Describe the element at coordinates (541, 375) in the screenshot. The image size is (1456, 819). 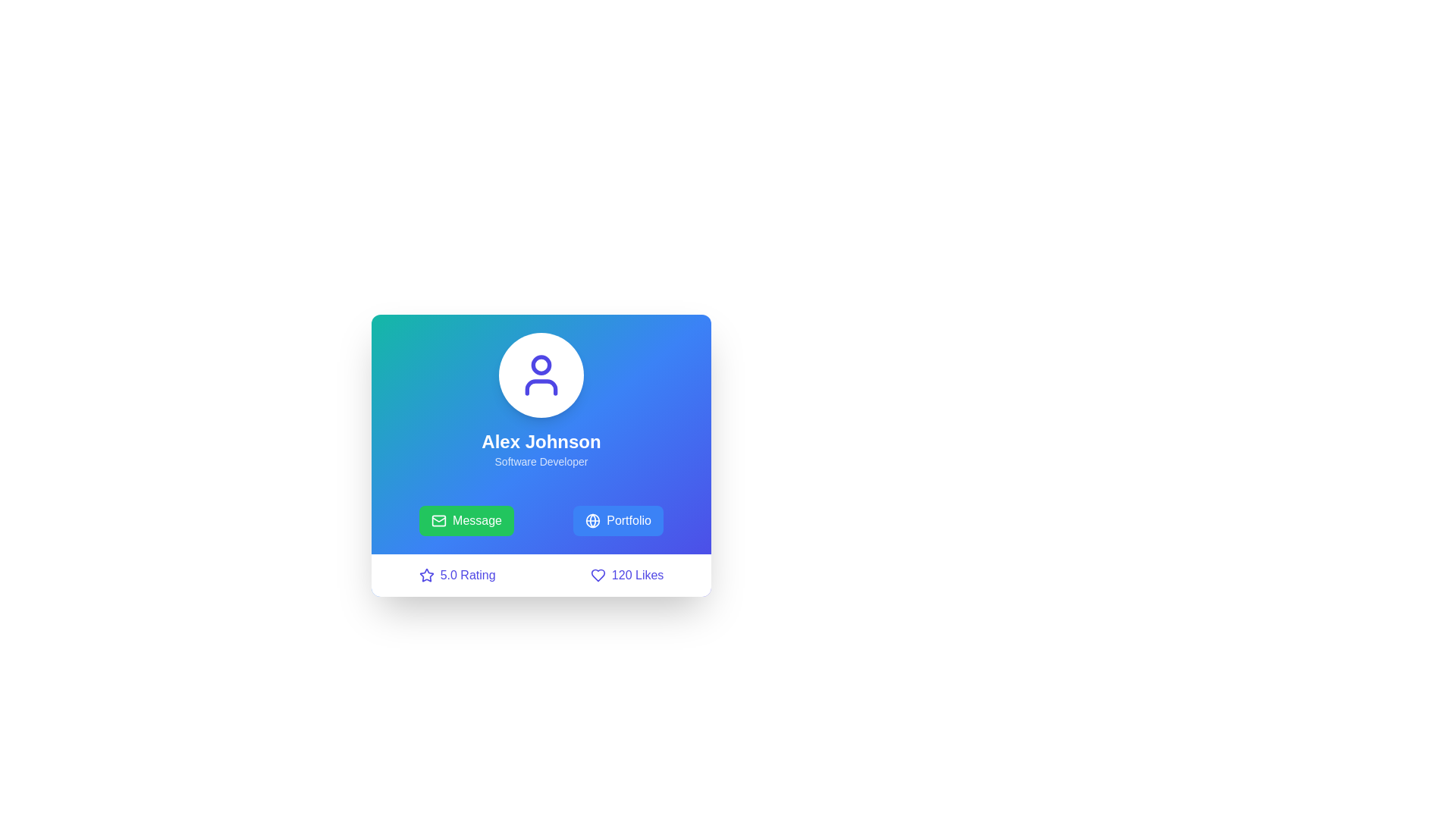
I see `the user profile icon representing Alex Johnson, which is centrally located within the profile card` at that location.